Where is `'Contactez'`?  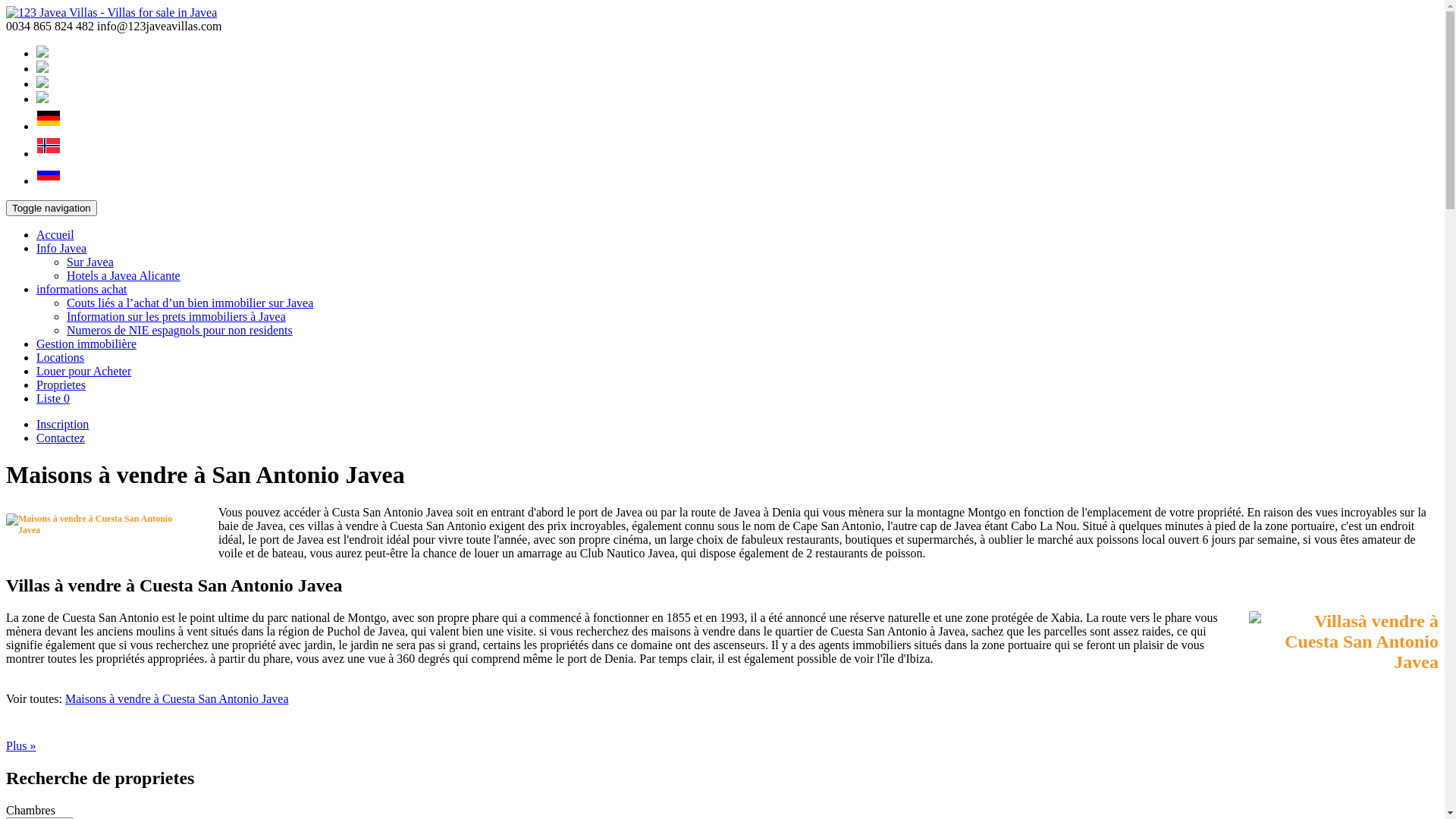 'Contactez' is located at coordinates (36, 438).